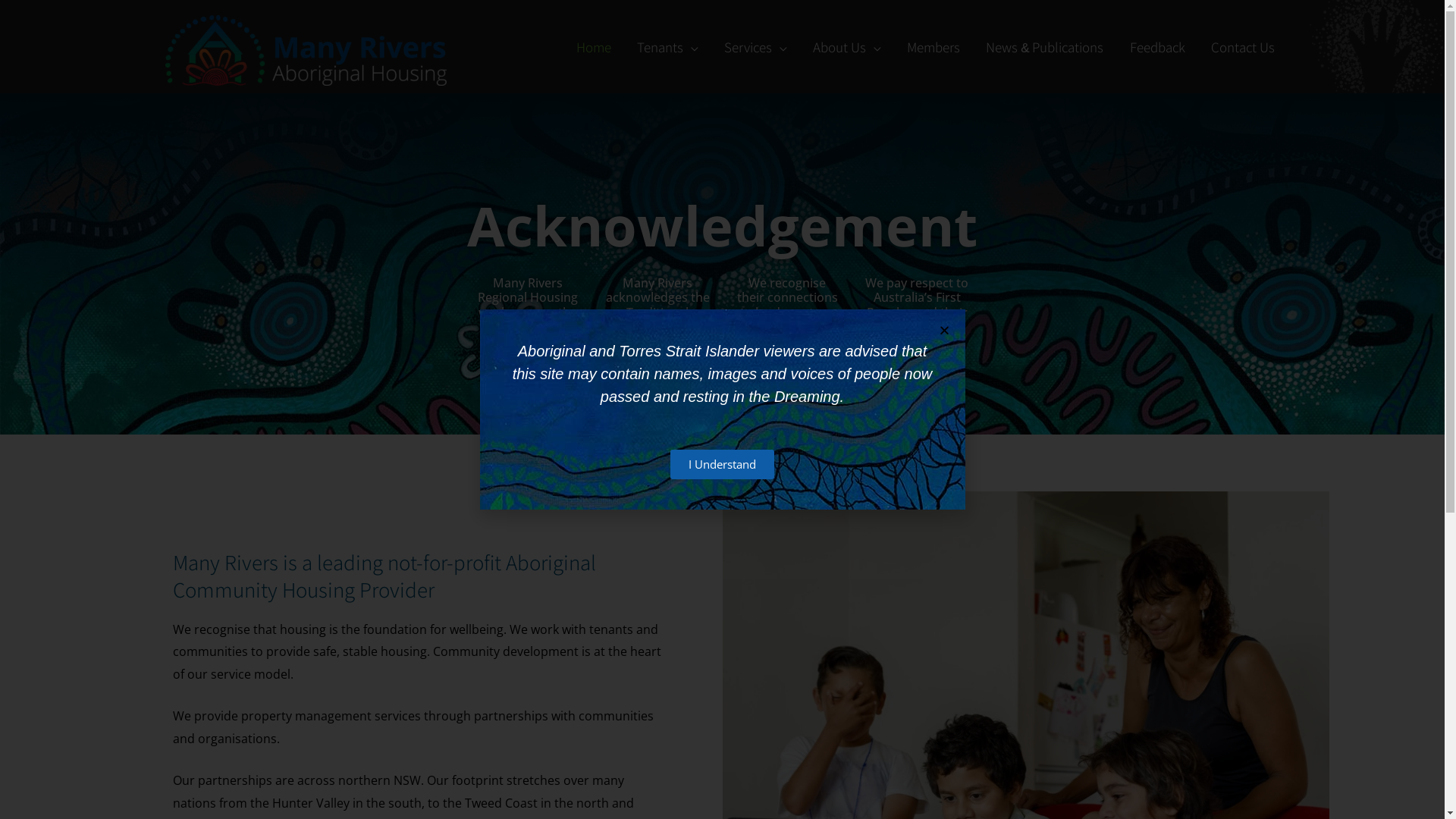 This screenshot has width=1456, height=819. I want to click on 'Tenants', so click(667, 45).